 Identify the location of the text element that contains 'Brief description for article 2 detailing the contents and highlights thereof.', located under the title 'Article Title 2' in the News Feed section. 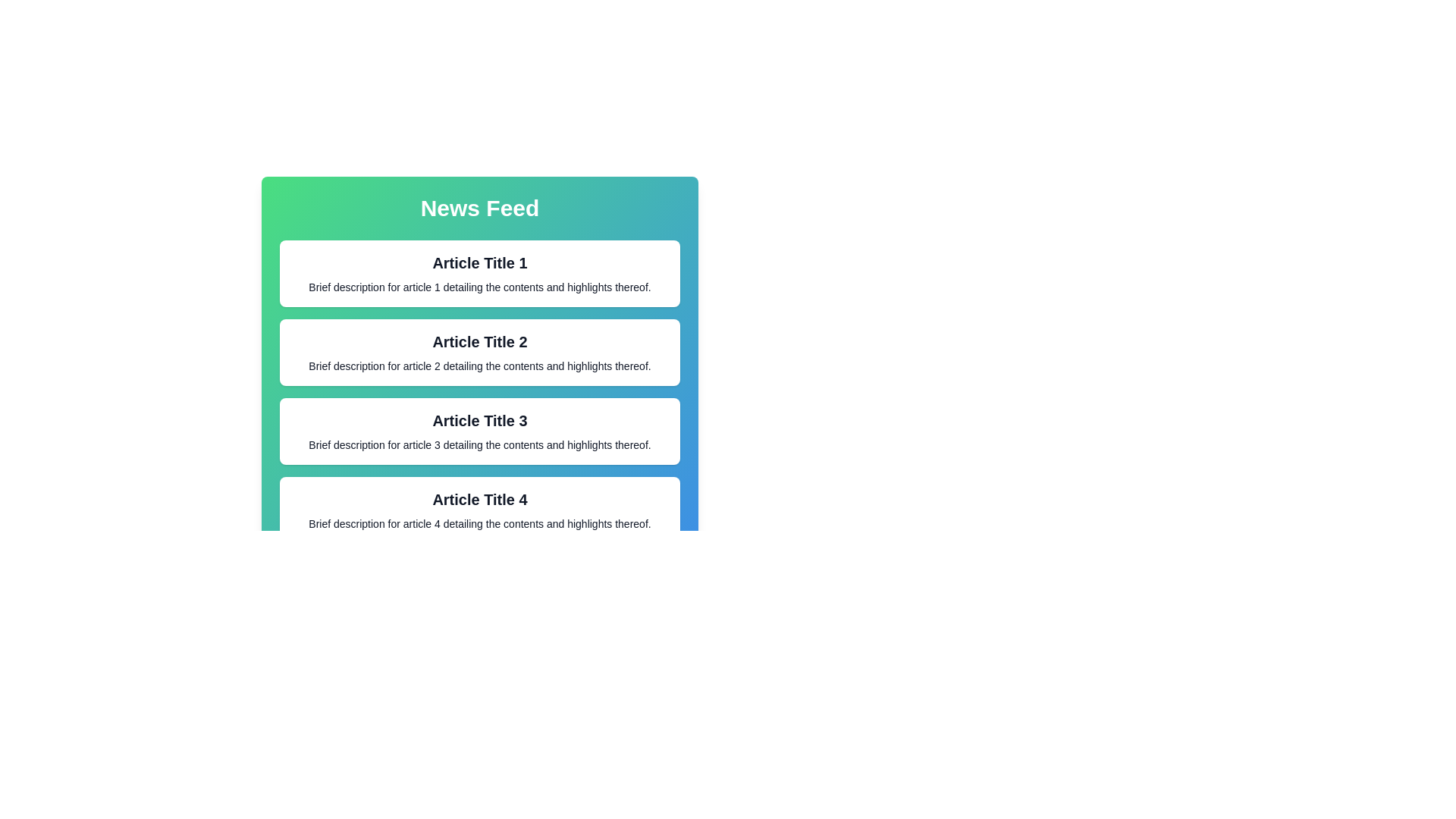
(479, 366).